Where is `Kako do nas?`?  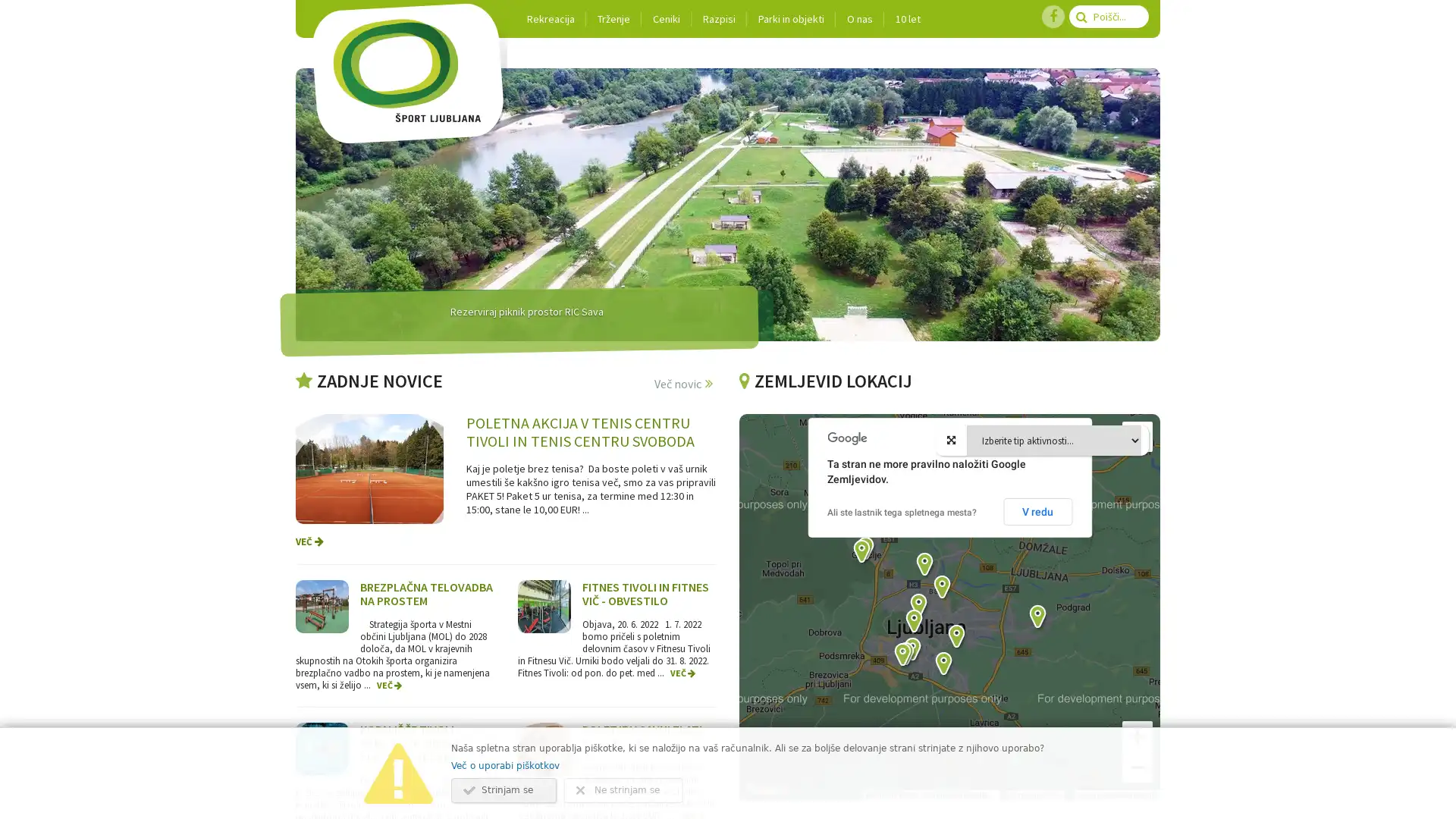 Kako do nas? is located at coordinates (912, 673).